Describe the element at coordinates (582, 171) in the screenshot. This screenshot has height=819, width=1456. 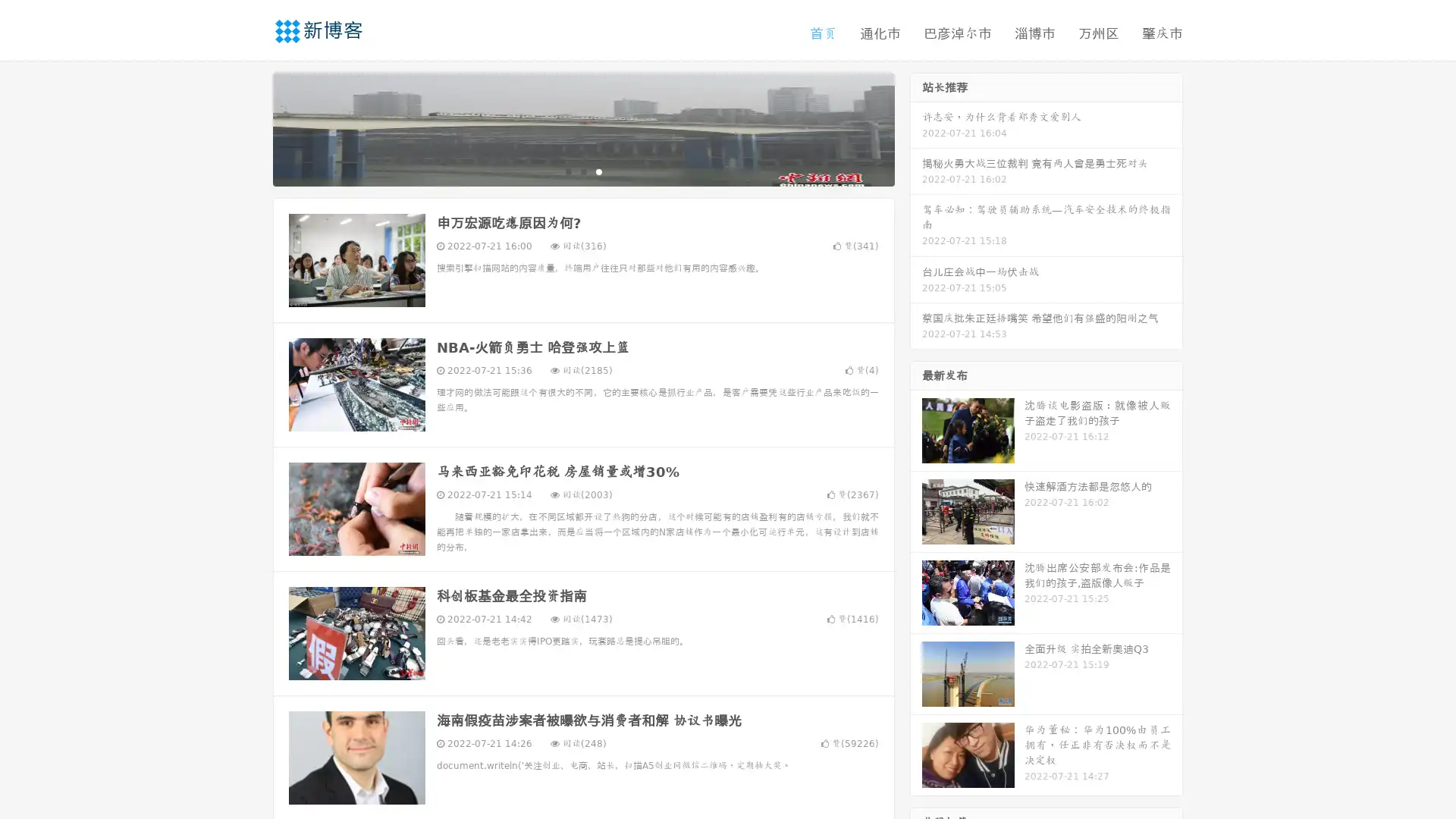
I see `Go to slide 2` at that location.